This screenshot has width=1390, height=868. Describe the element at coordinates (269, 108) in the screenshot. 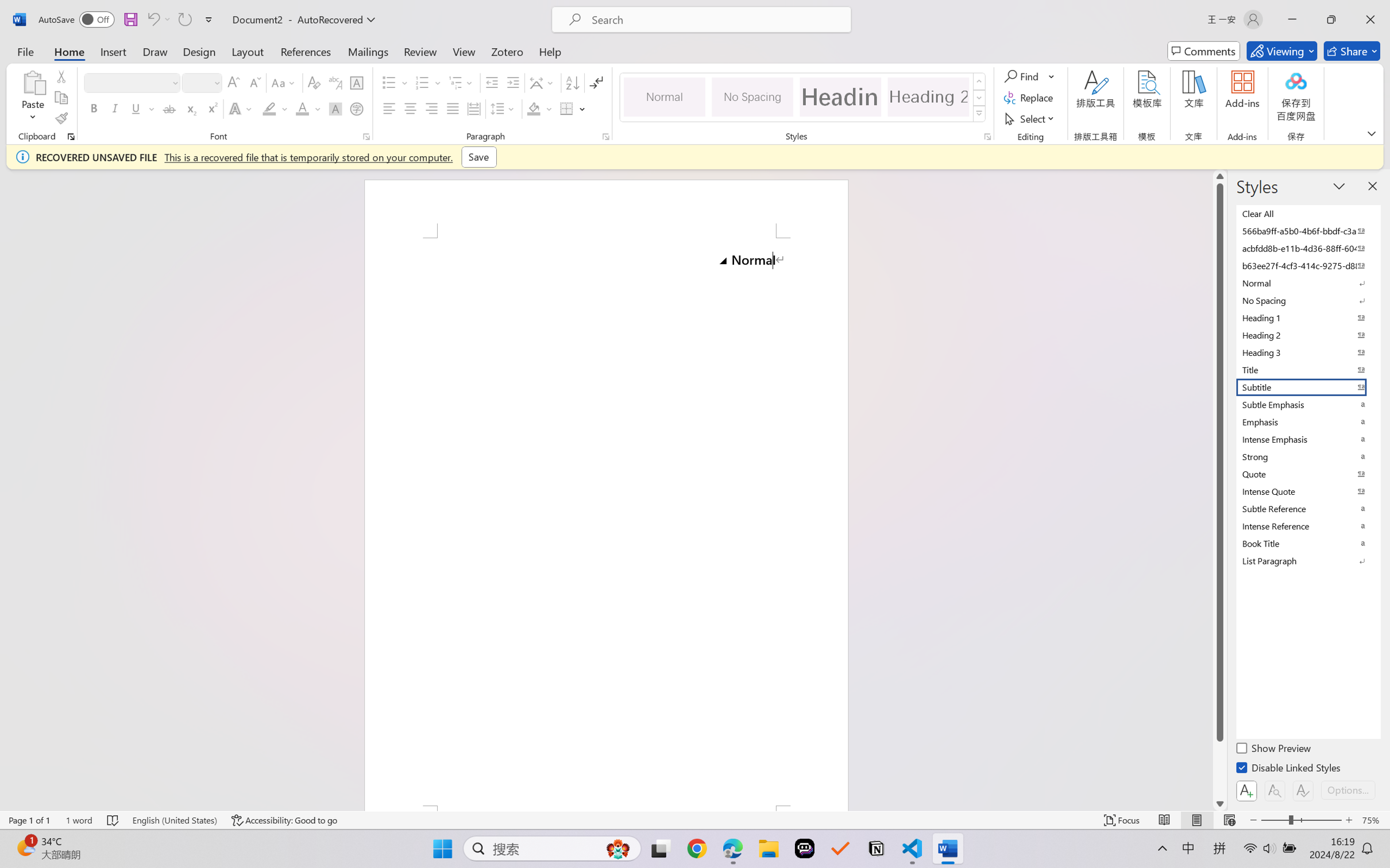

I see `'Text Highlight Color Yellow'` at that location.